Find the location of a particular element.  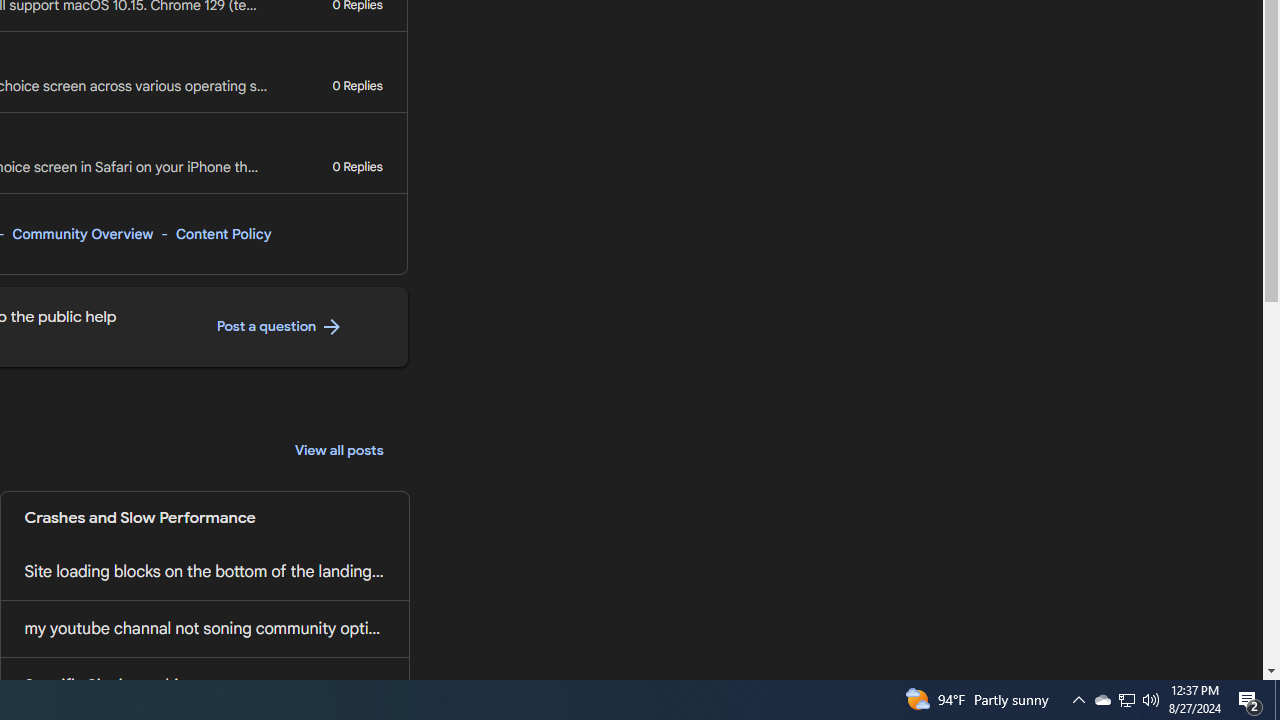

'Community Overview' is located at coordinates (81, 233).